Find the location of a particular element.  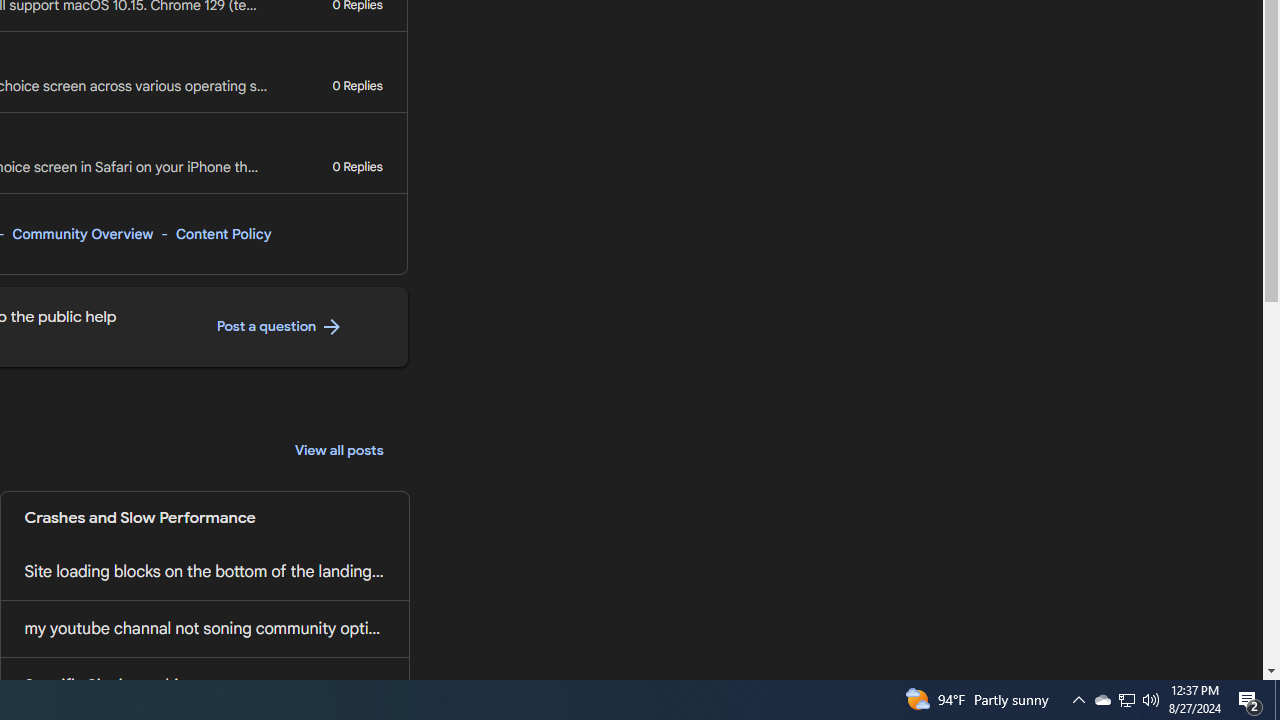

'Community Overview' is located at coordinates (81, 233).